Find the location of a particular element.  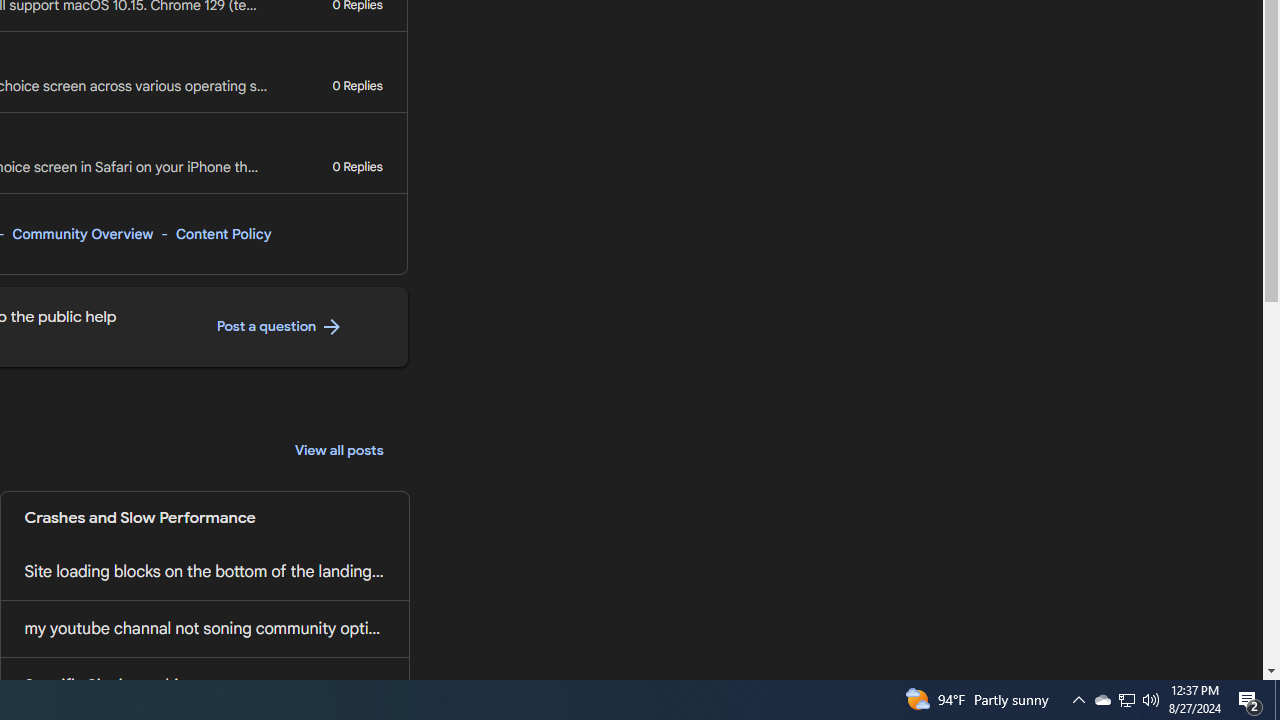

'Community Overview' is located at coordinates (81, 233).